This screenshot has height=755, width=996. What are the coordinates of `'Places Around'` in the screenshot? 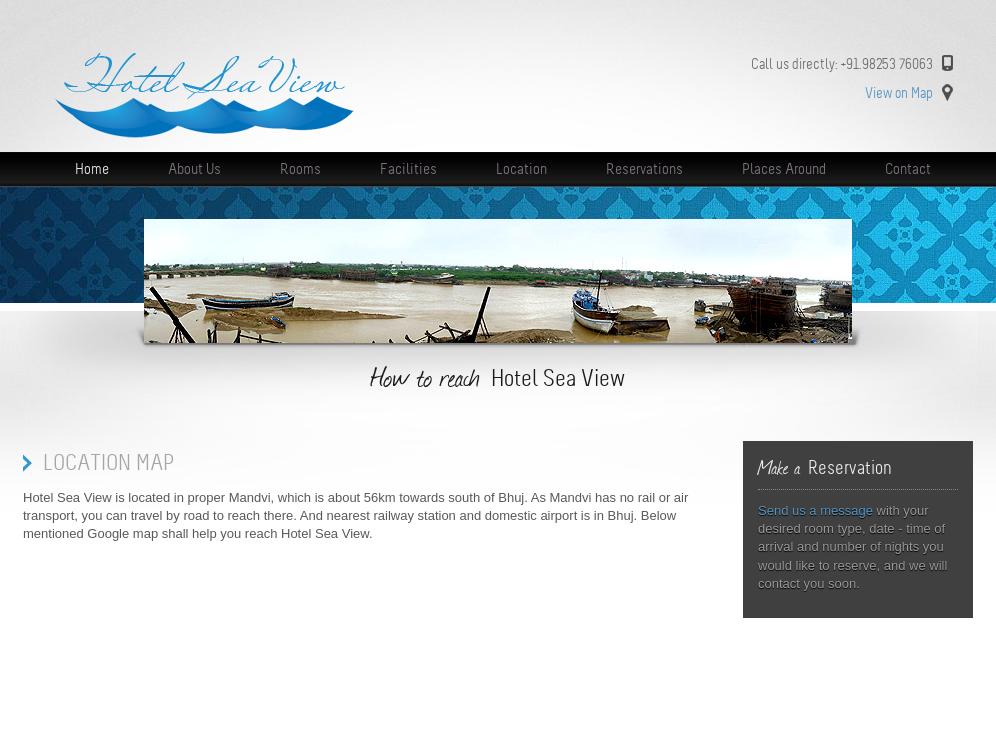 It's located at (783, 168).